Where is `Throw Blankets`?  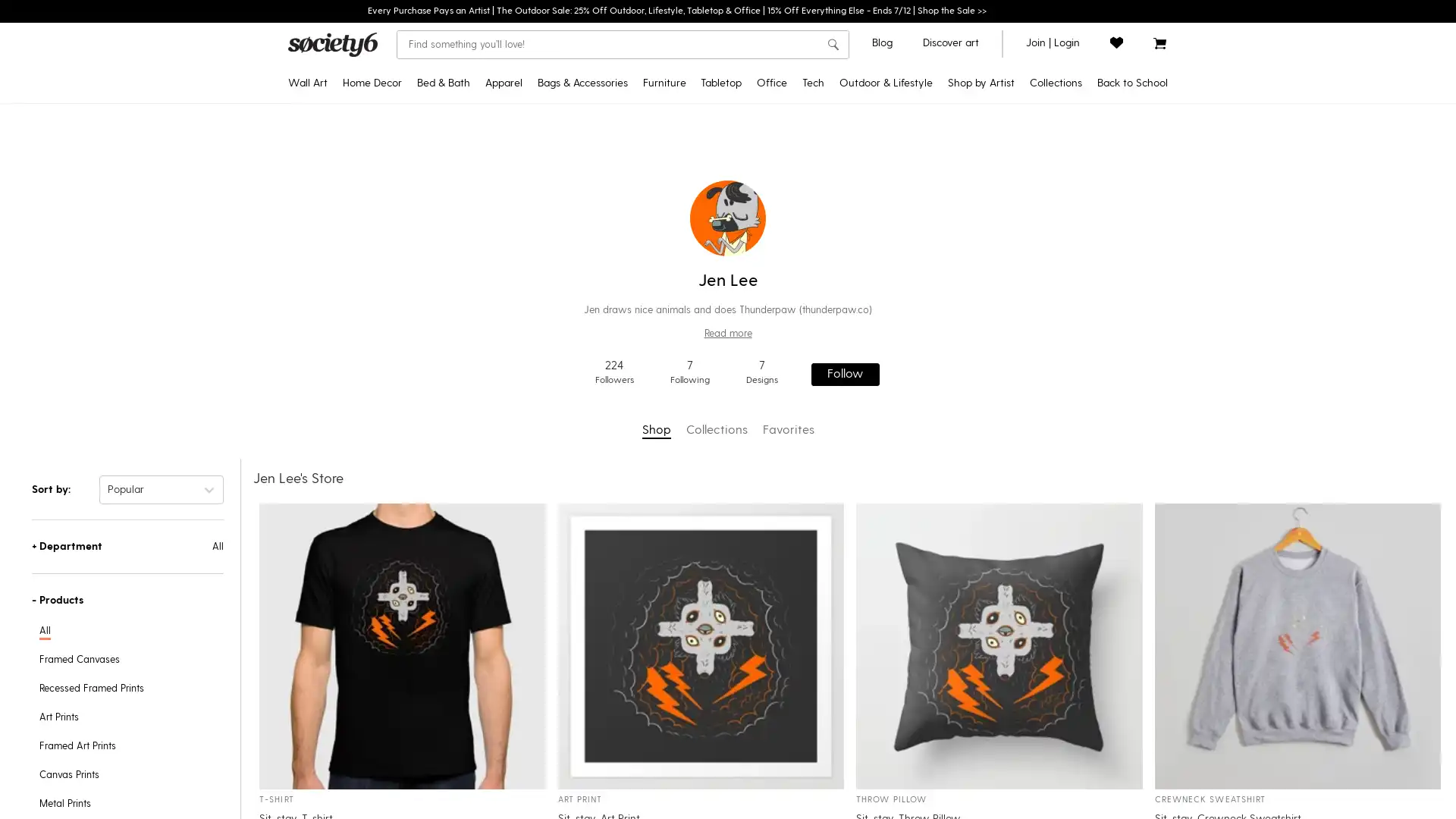 Throw Blankets is located at coordinates (400, 219).